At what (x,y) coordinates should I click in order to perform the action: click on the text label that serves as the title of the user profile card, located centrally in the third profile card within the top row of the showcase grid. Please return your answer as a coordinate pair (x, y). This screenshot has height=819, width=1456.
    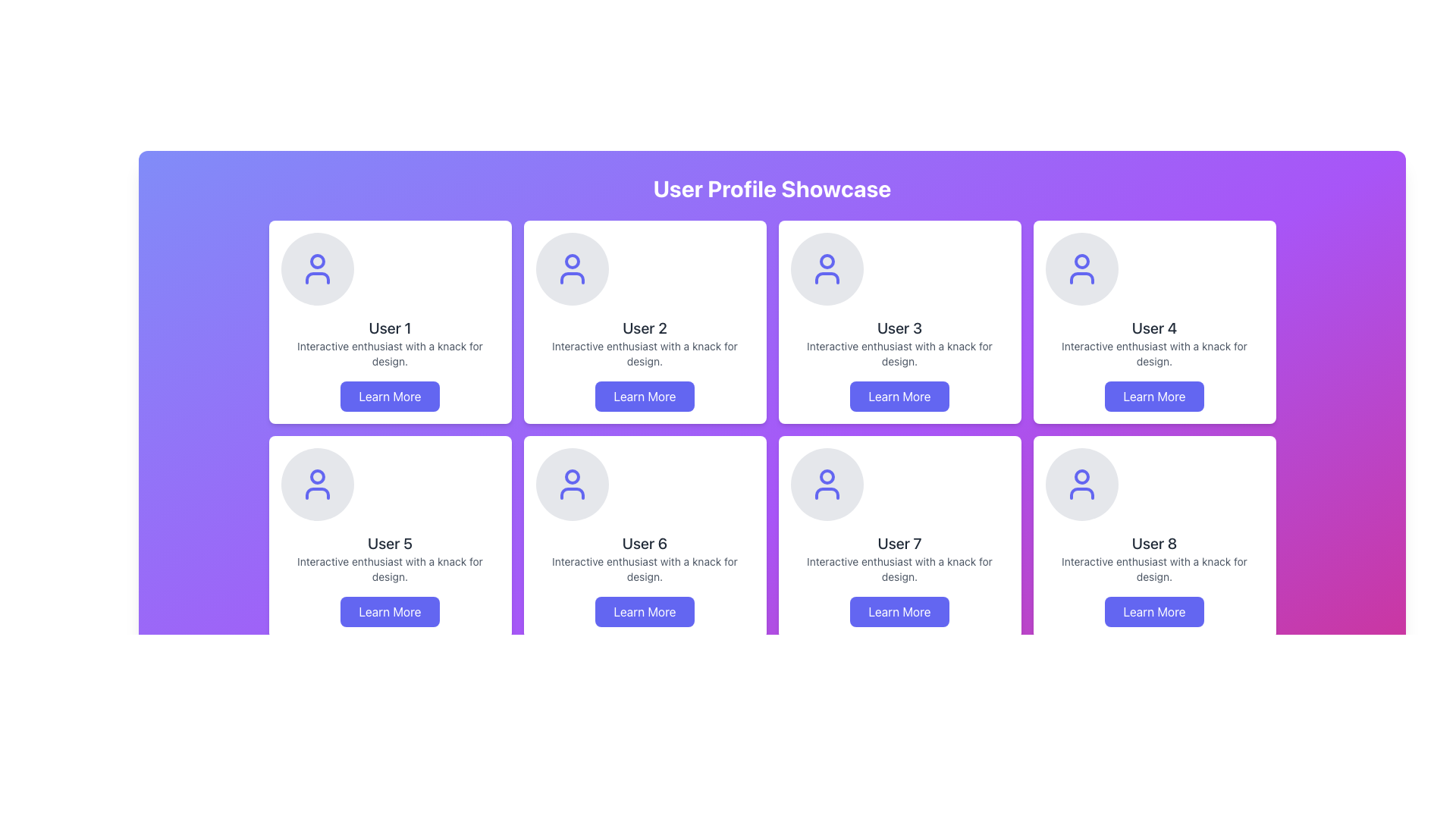
    Looking at the image, I should click on (899, 327).